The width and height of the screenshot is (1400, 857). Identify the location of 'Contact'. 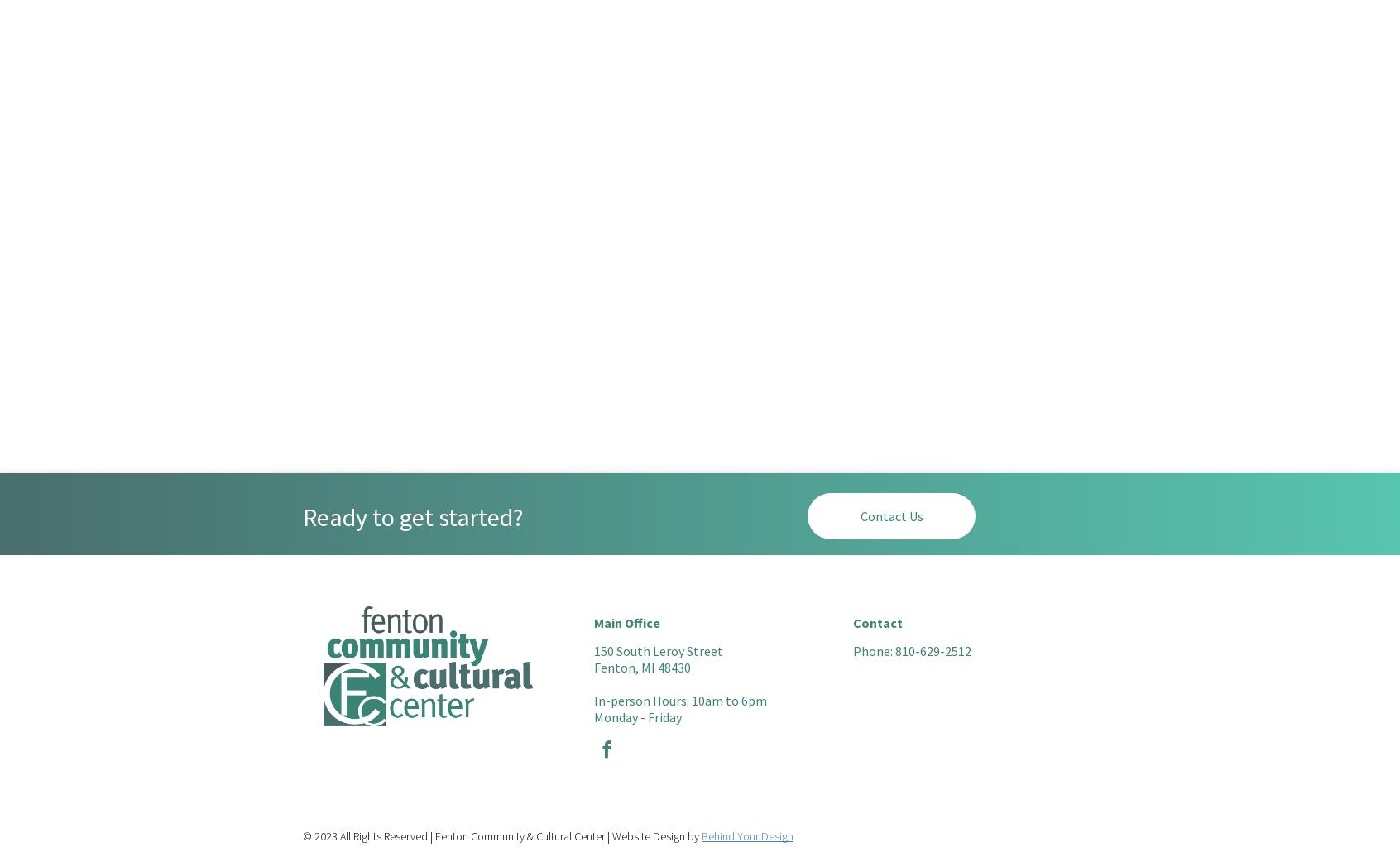
(877, 622).